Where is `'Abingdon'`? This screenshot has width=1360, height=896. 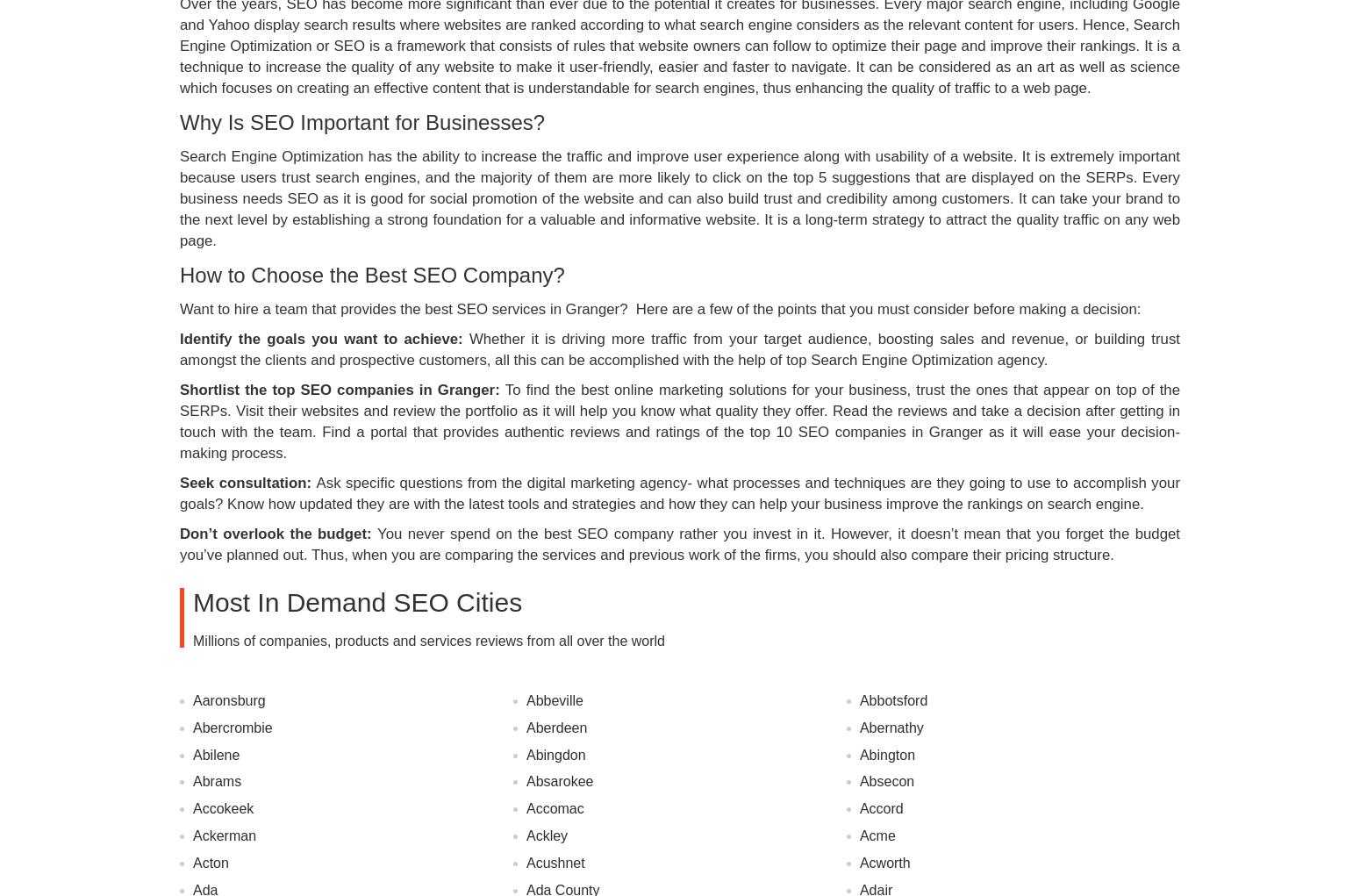
'Abingdon' is located at coordinates (555, 754).